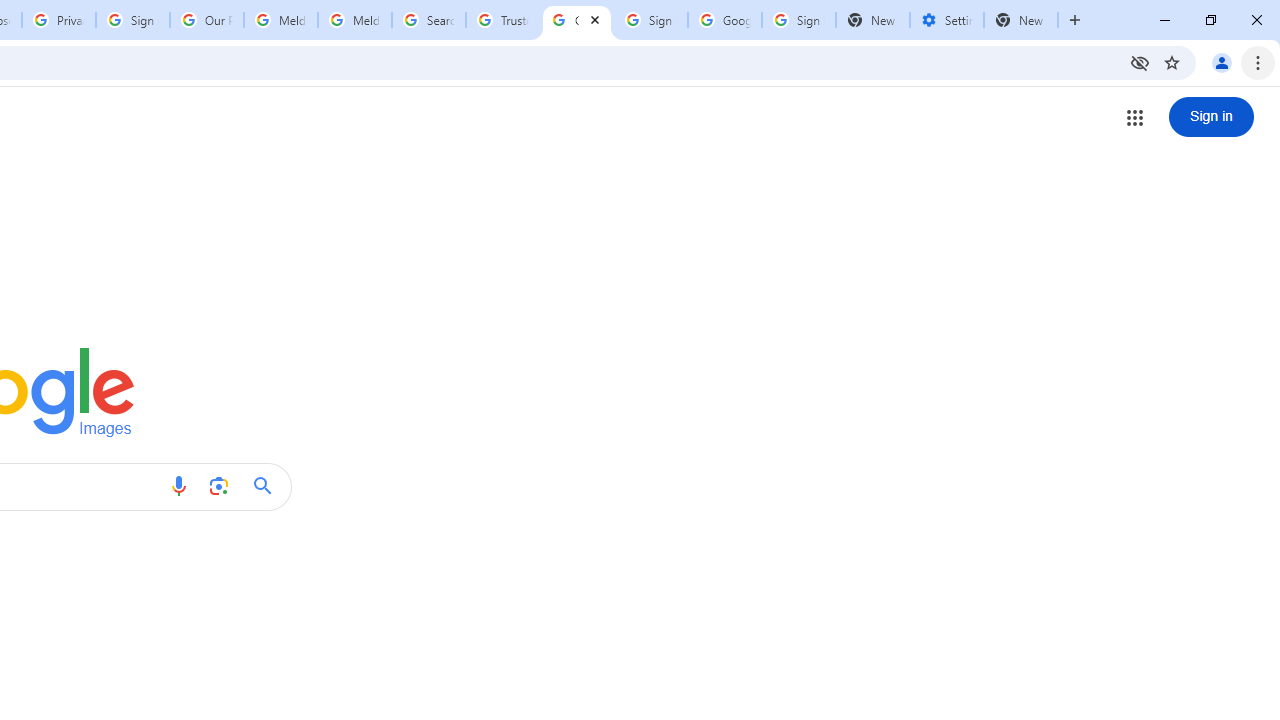 The image size is (1280, 720). I want to click on 'Close', so click(594, 19).